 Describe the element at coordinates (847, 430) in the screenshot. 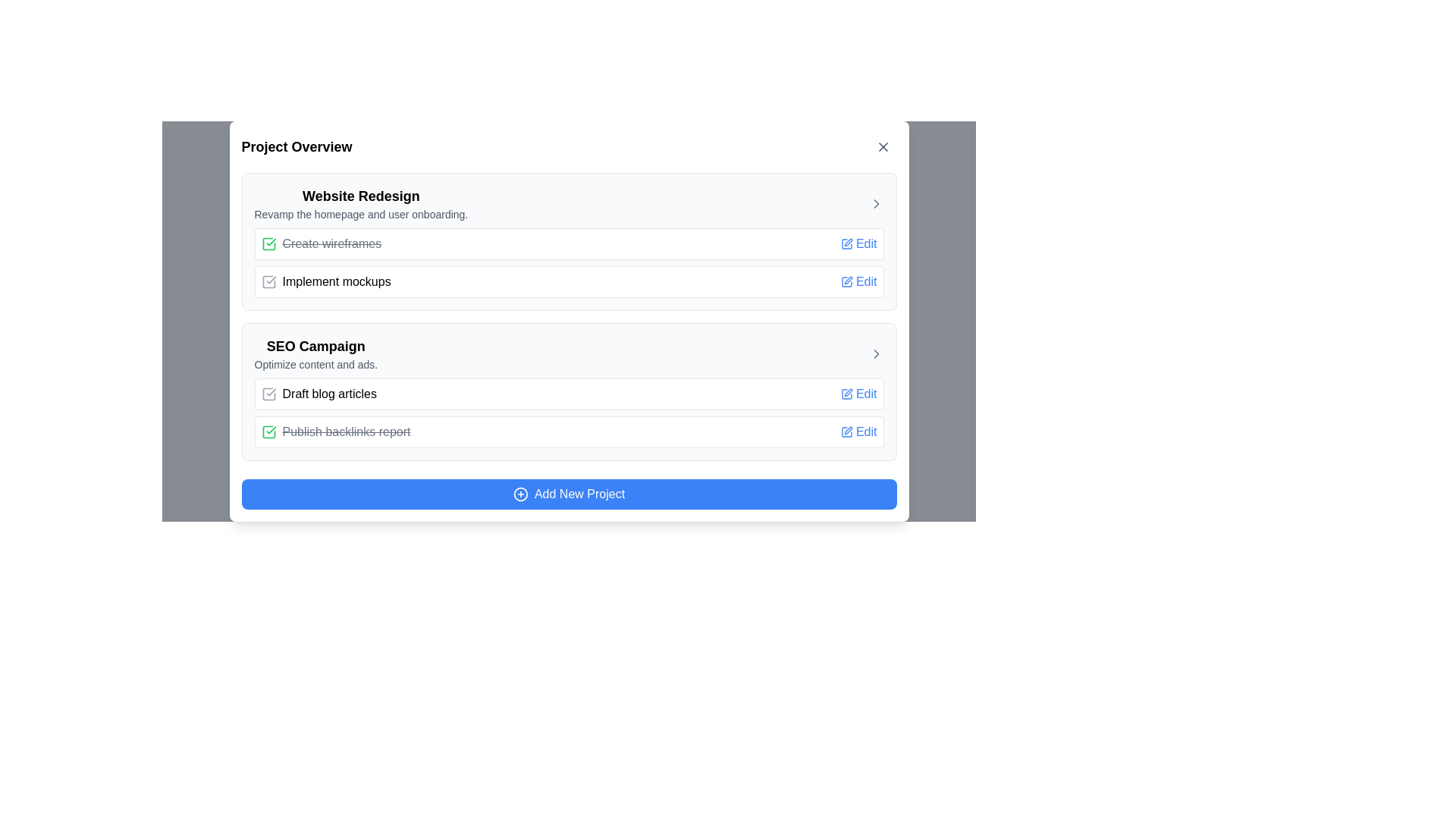

I see `the pen icon, which is a minimalistic line-based graphic located within a square button on the right-hand side of a project task row, next to the 'Edit' text label` at that location.